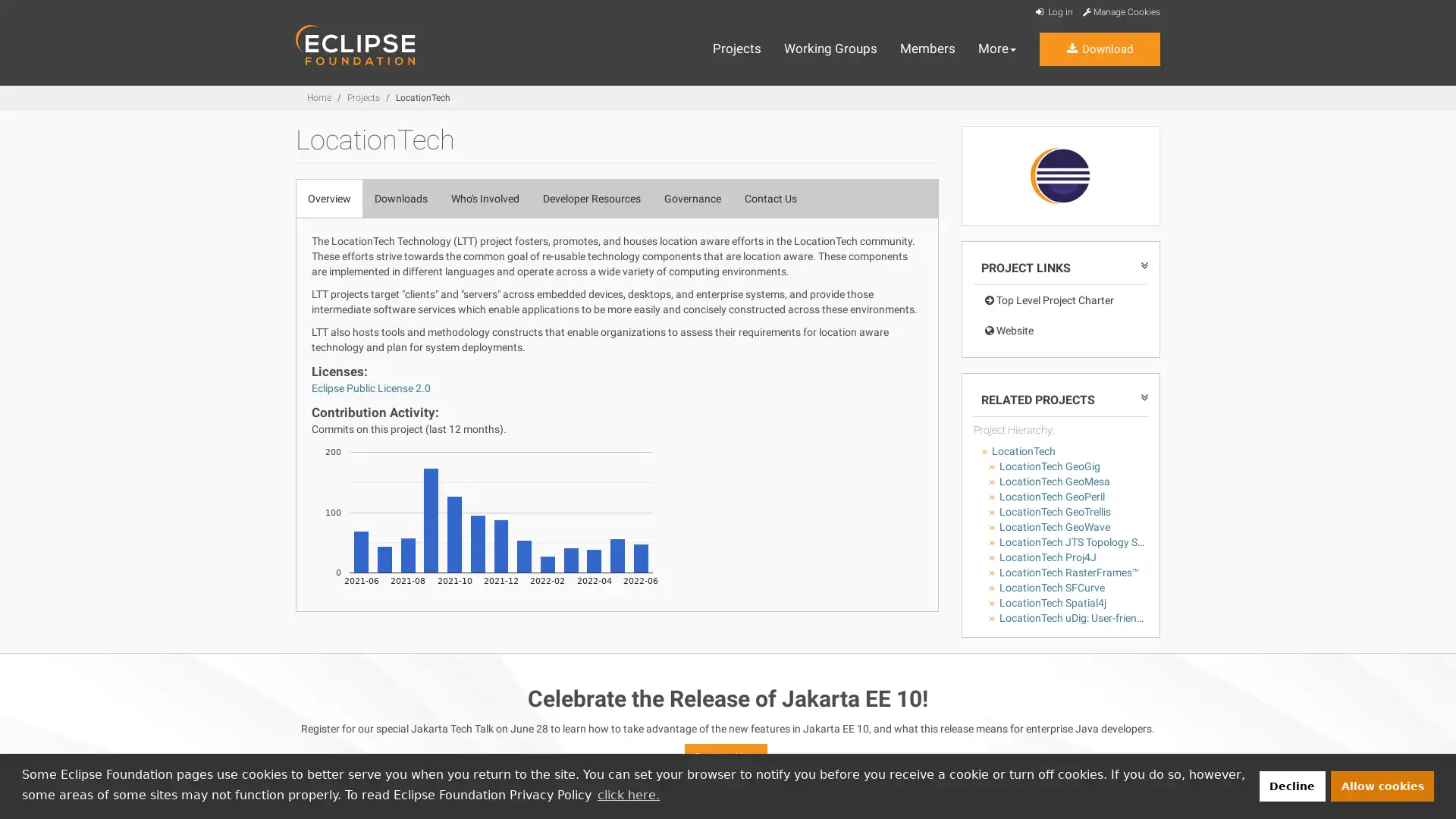  What do you see at coordinates (628, 794) in the screenshot?
I see `learn more about cookies` at bounding box center [628, 794].